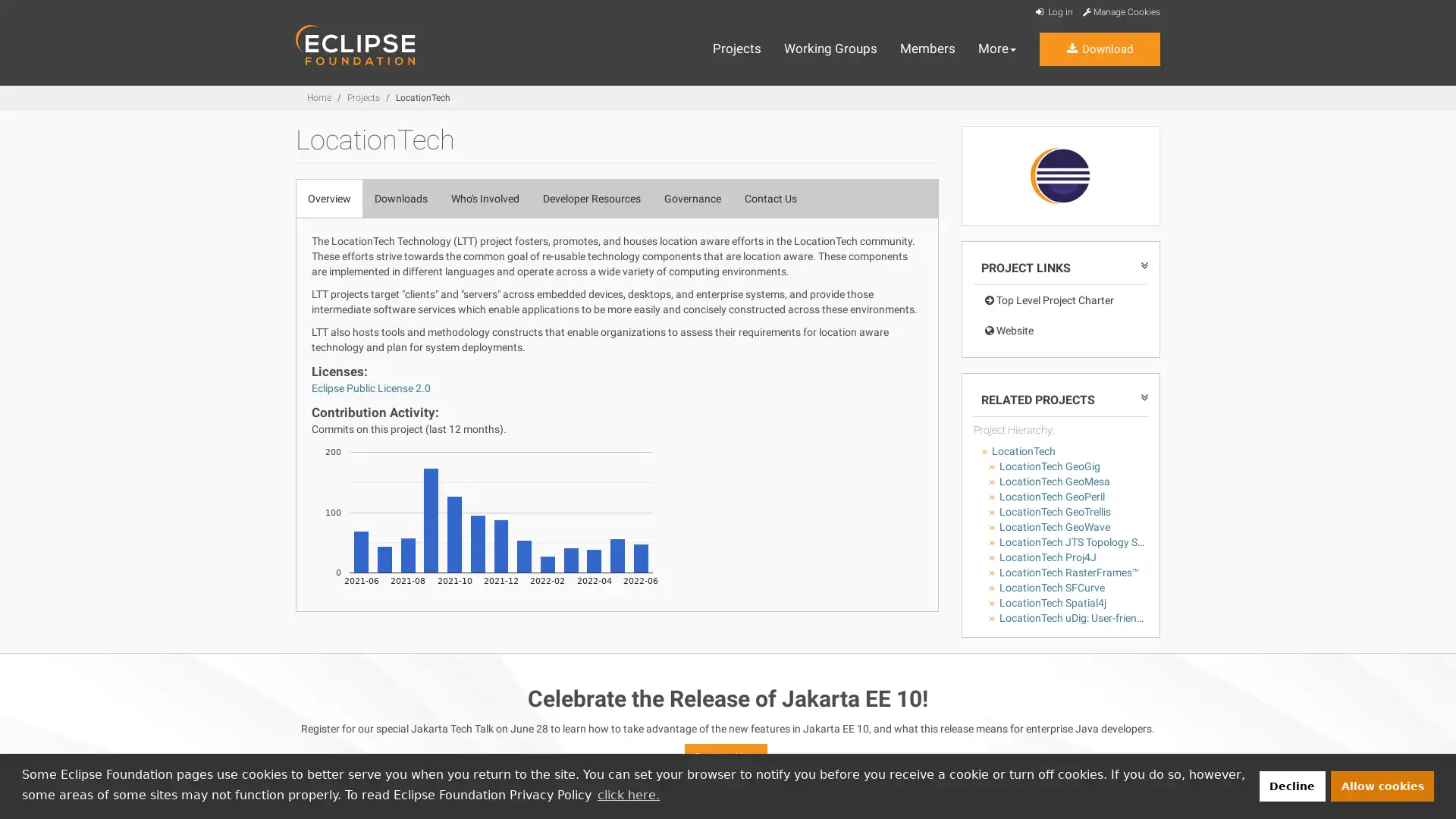  What do you see at coordinates (628, 794) in the screenshot?
I see `learn more about cookies` at bounding box center [628, 794].